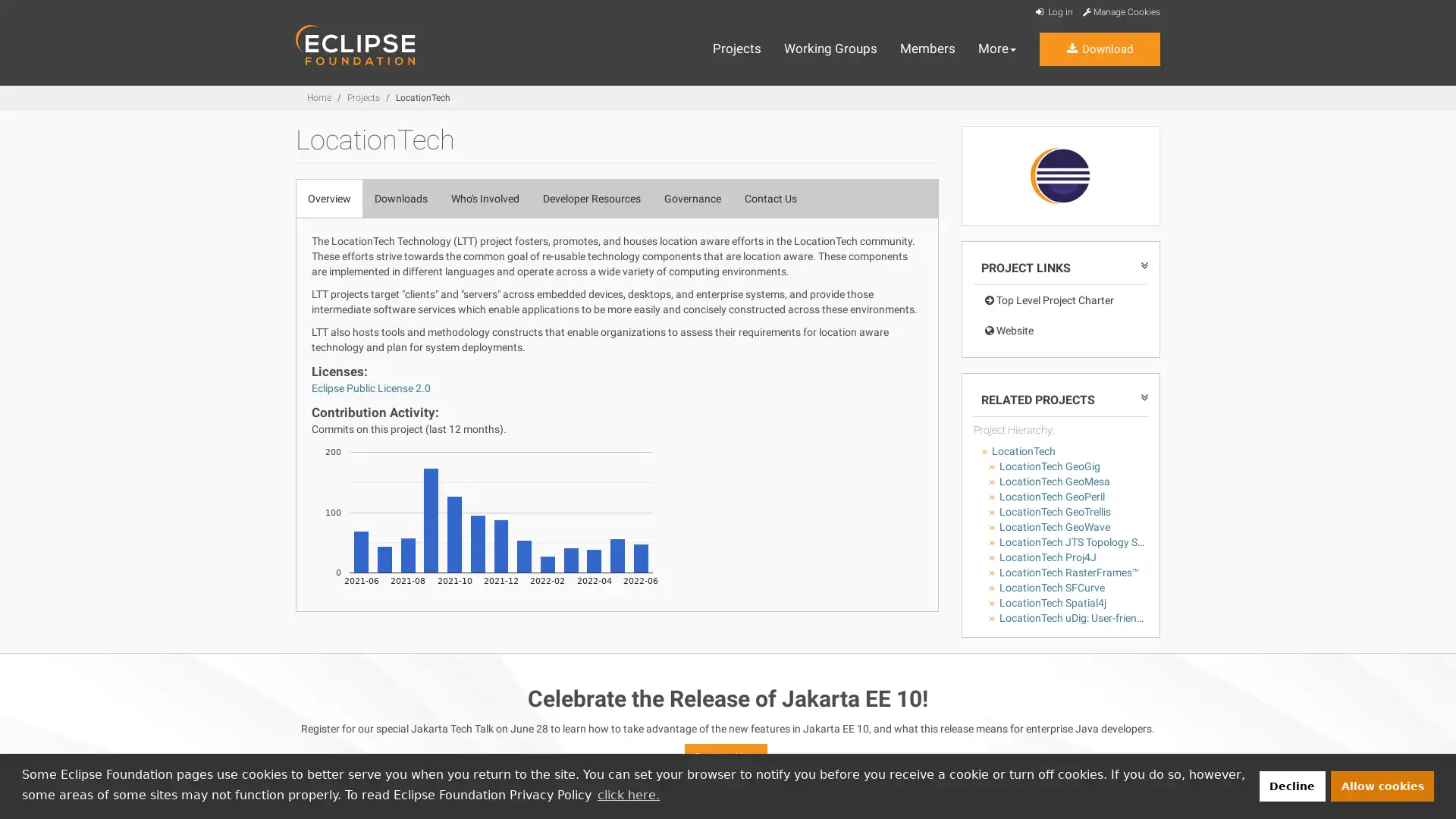  What do you see at coordinates (628, 794) in the screenshot?
I see `learn more about cookies` at bounding box center [628, 794].